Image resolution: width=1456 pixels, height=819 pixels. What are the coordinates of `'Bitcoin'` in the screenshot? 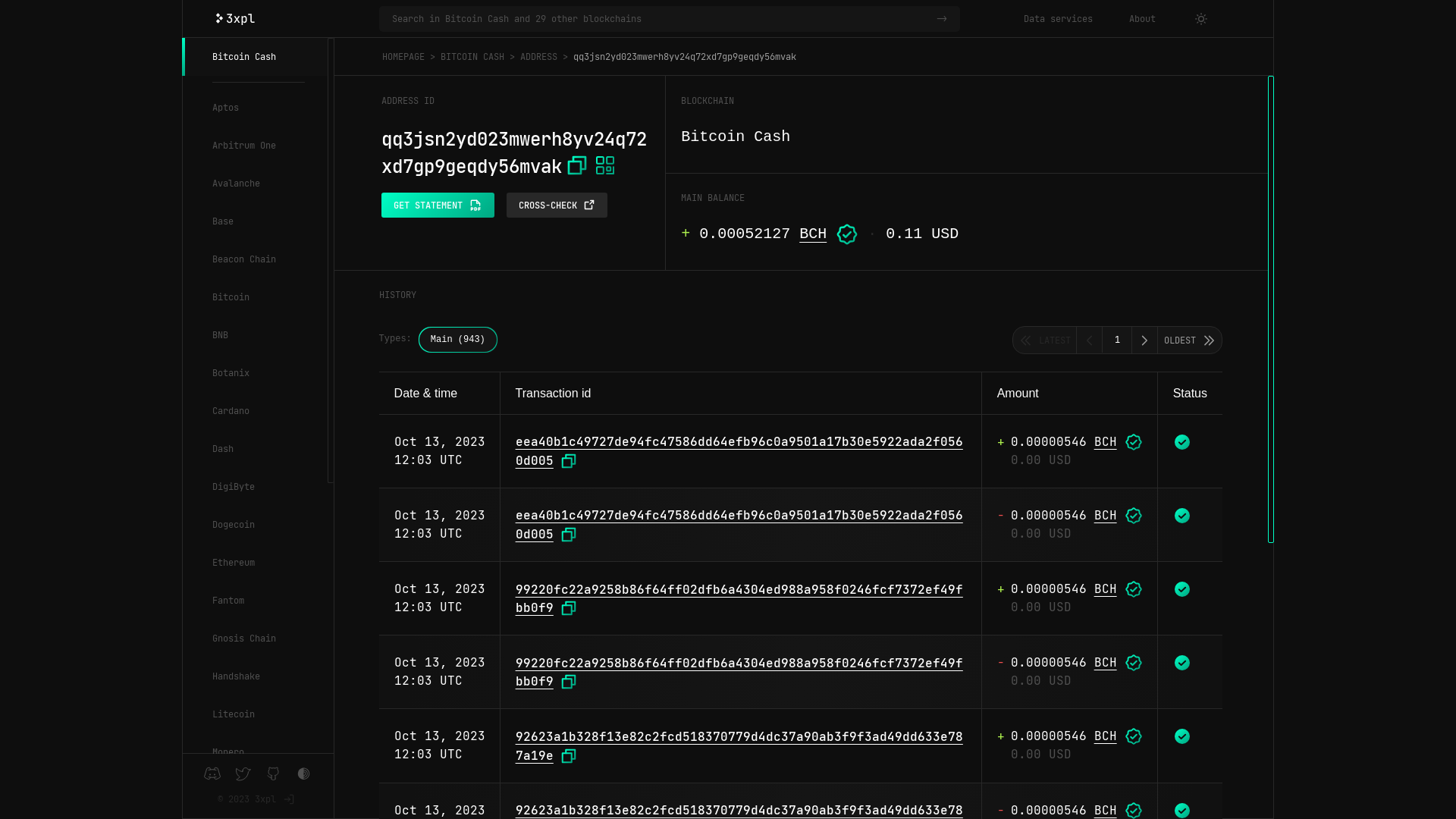 It's located at (182, 297).